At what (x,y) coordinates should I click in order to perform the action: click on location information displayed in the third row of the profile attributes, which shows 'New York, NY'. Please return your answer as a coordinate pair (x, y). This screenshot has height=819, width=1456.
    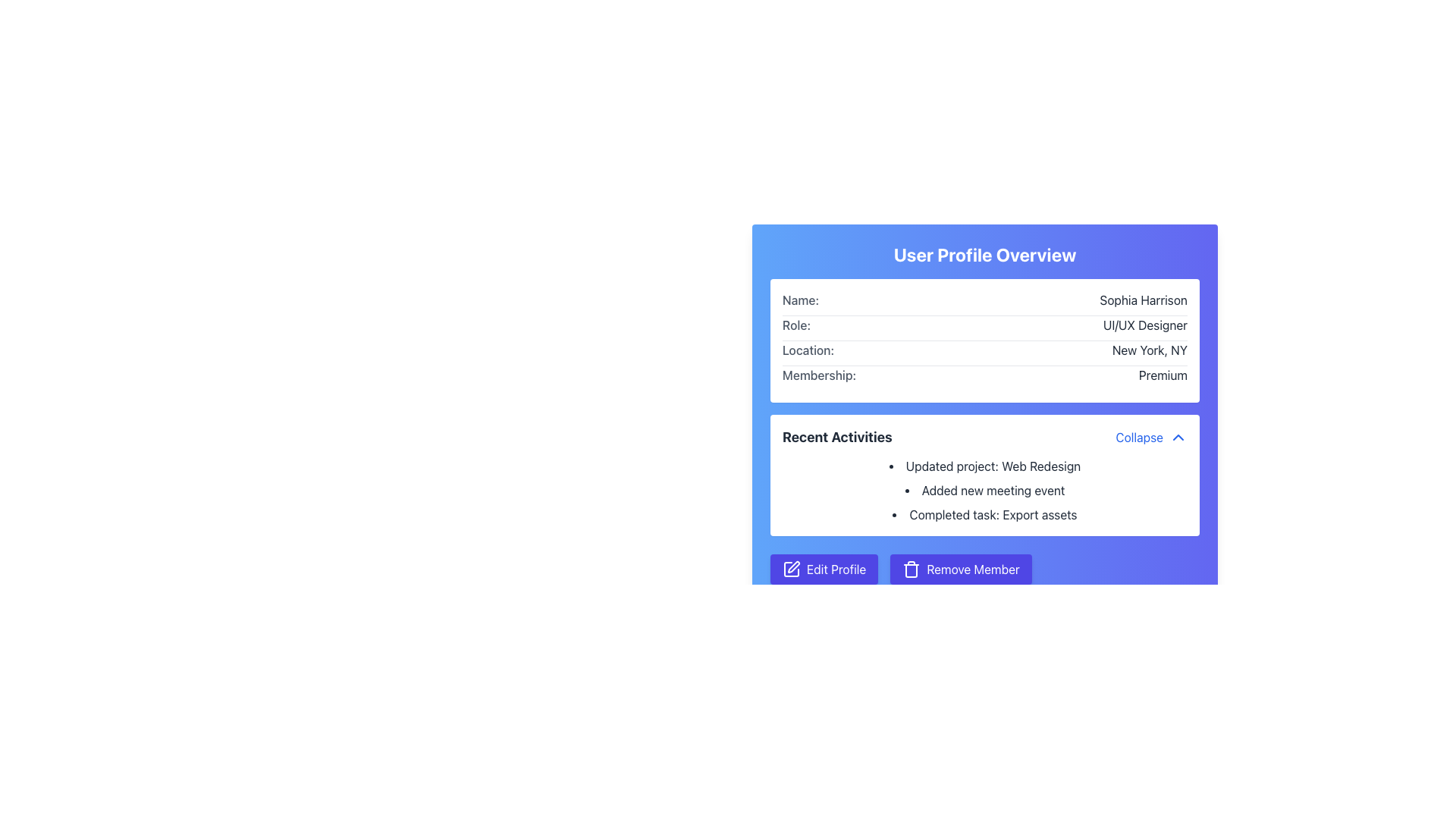
    Looking at the image, I should click on (985, 353).